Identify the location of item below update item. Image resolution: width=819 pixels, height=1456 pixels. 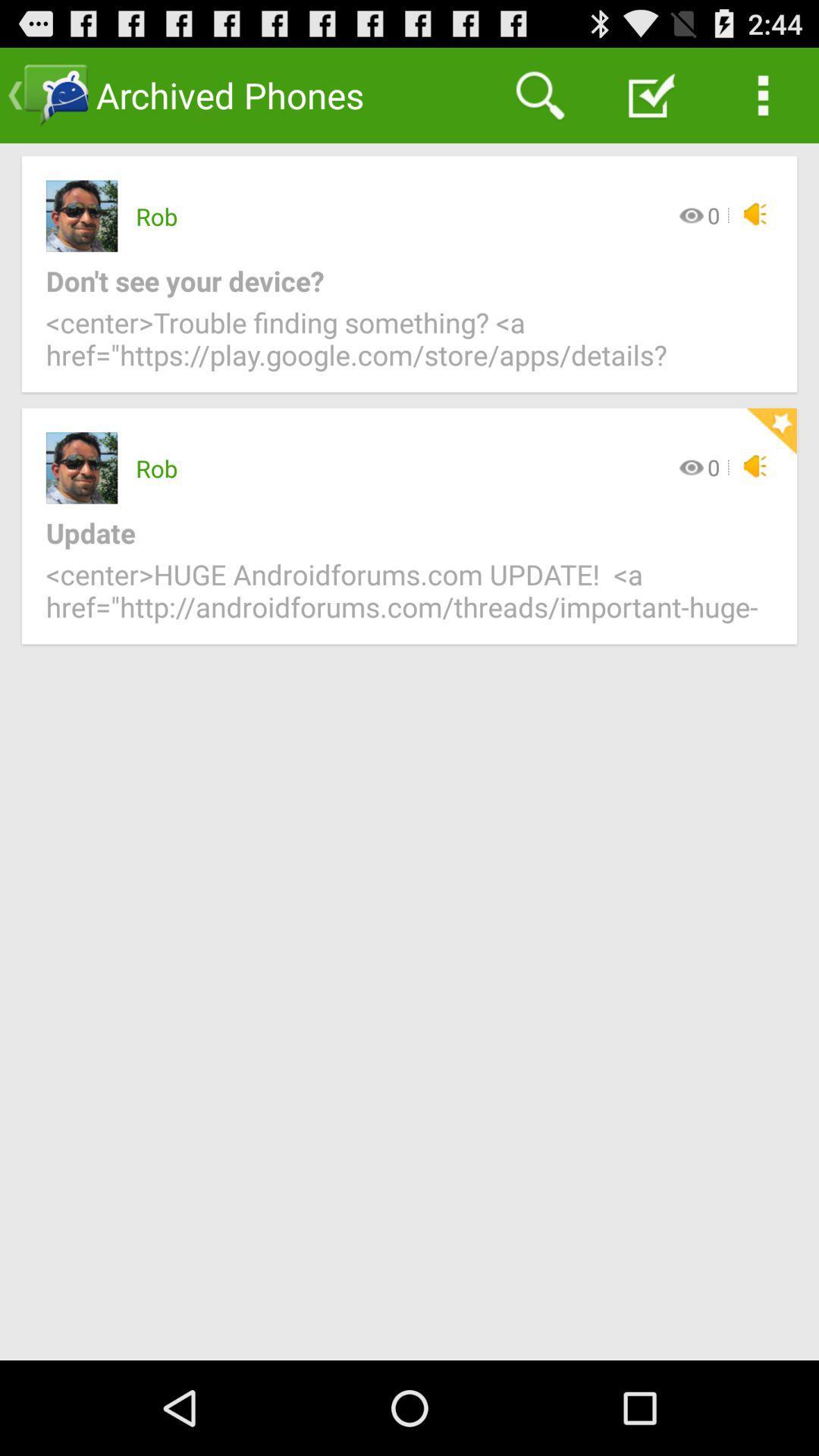
(409, 599).